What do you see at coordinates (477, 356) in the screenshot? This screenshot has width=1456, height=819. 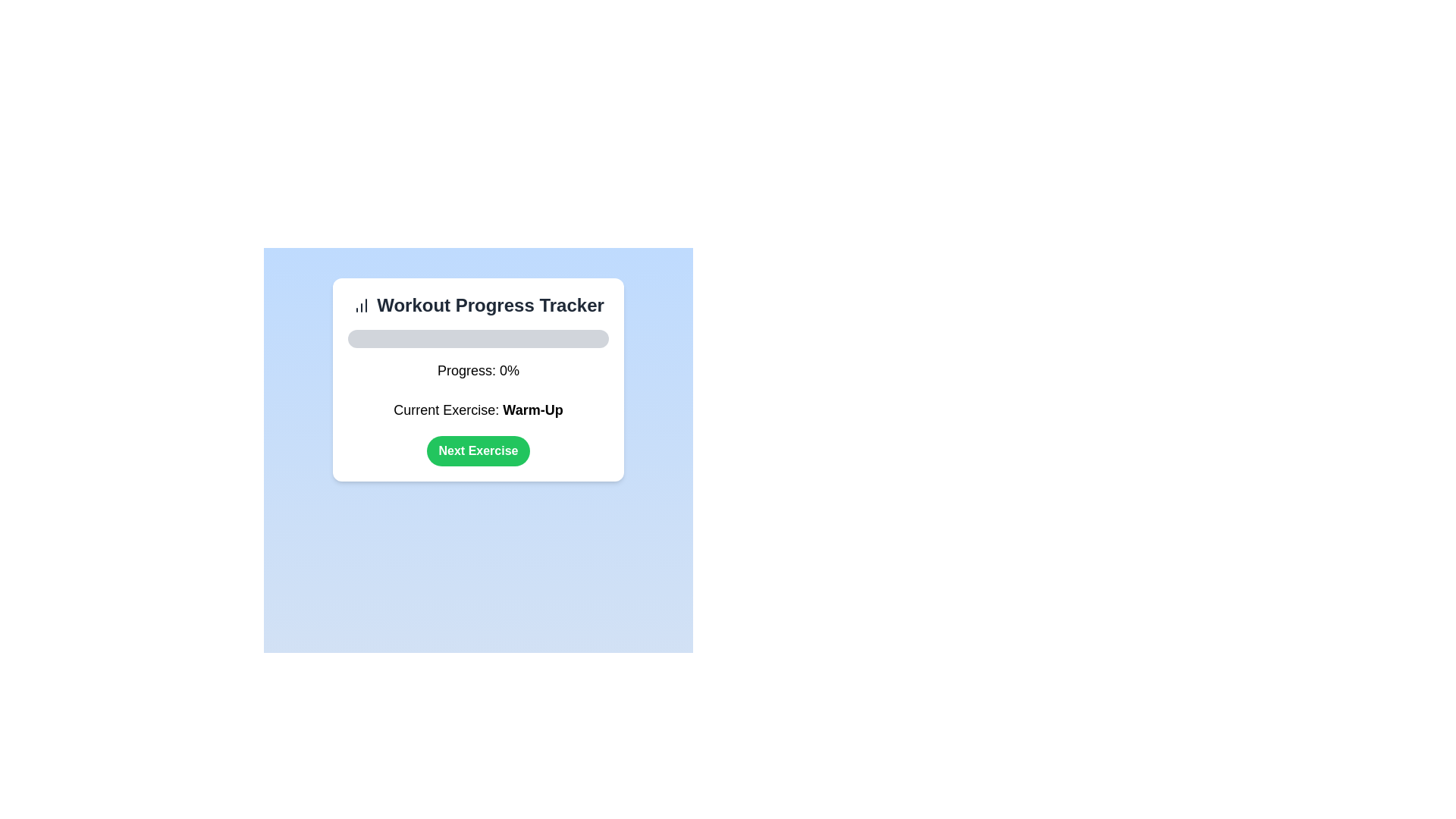 I see `the progress percentage displayed on the Progress Bar with Label located below 'Workout Progress Tracker' and above 'Current Exercise: Warm-Up'` at bounding box center [477, 356].